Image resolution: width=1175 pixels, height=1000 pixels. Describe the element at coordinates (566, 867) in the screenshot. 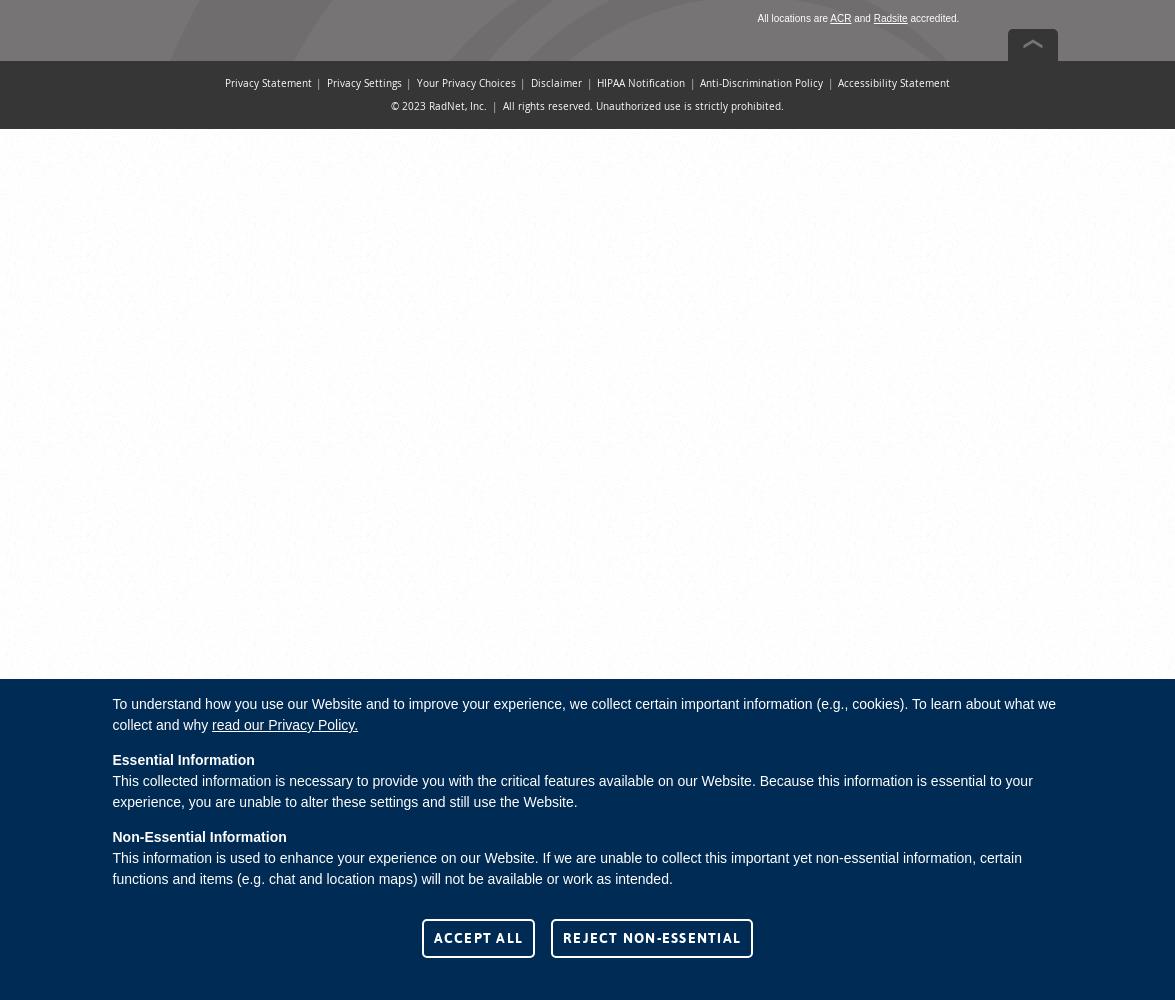

I see `'This information is used to enhance your experience on our Website. If we are unable to collect this important yet non-essential information, certain functions and items (e.g. chat and location maps) will not be available or work as intended.'` at that location.